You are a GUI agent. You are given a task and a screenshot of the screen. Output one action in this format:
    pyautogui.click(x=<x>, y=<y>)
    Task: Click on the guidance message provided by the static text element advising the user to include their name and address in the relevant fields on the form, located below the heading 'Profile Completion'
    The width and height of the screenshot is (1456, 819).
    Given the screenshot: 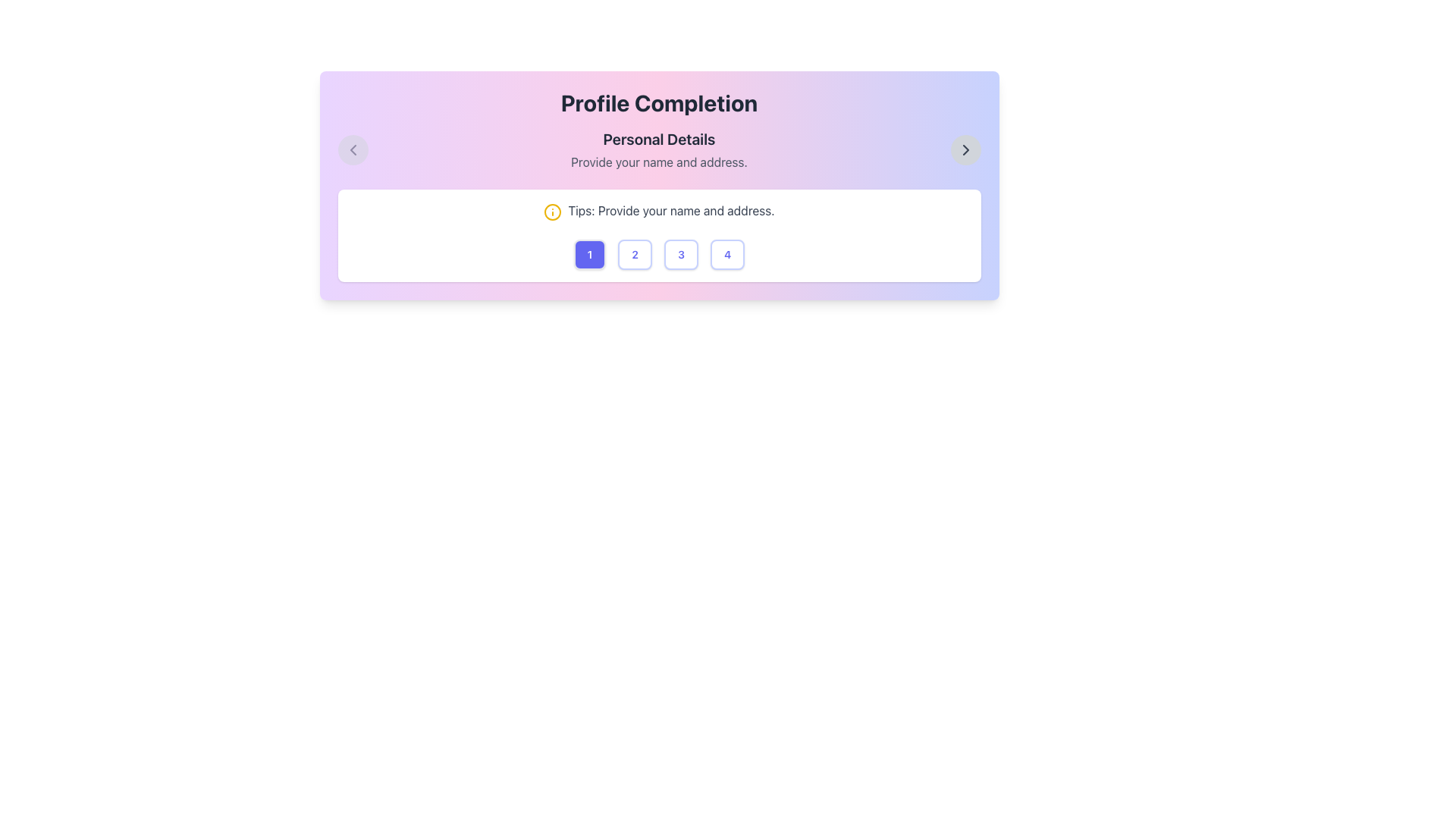 What is the action you would take?
    pyautogui.click(x=659, y=211)
    